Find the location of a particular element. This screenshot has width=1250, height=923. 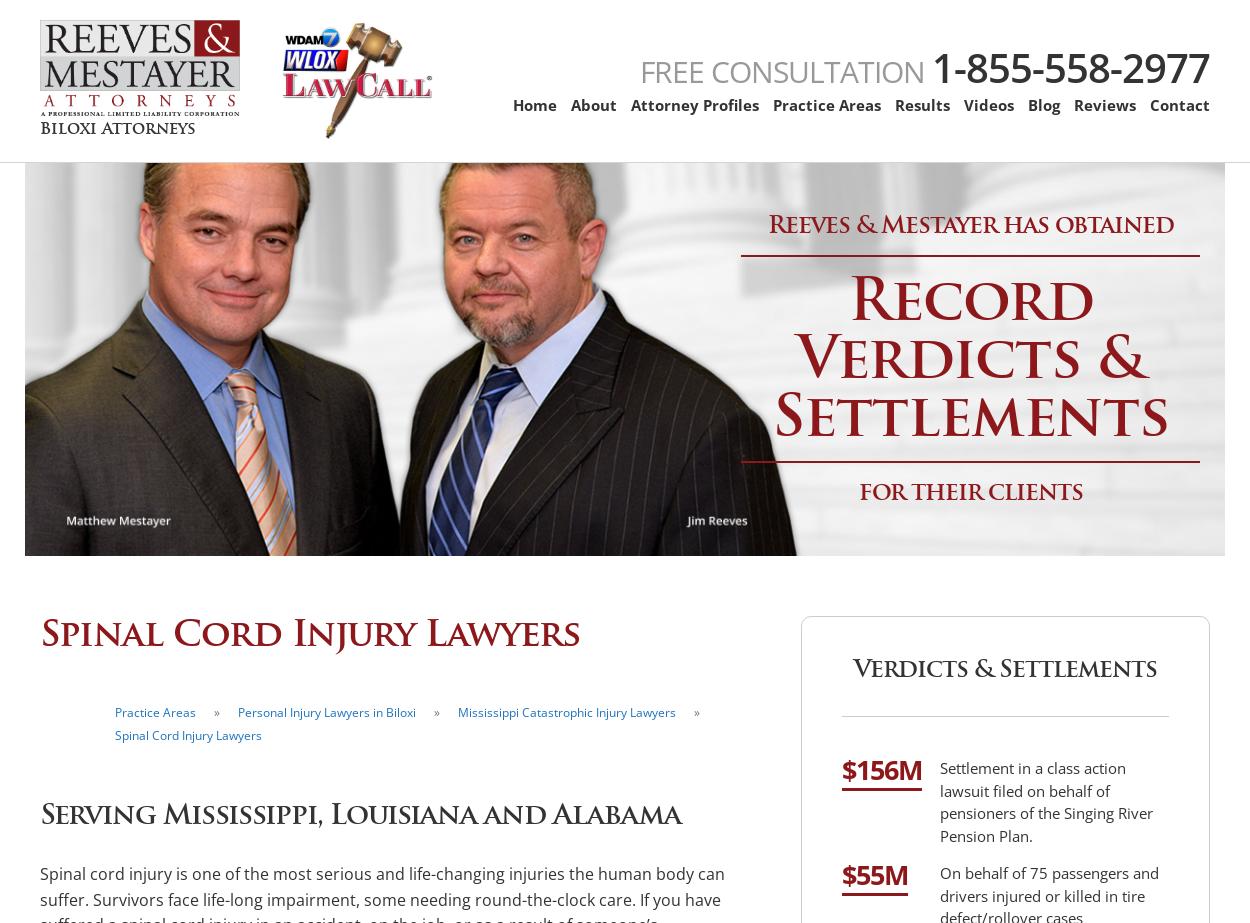

'Practice Areas' is located at coordinates (826, 105).